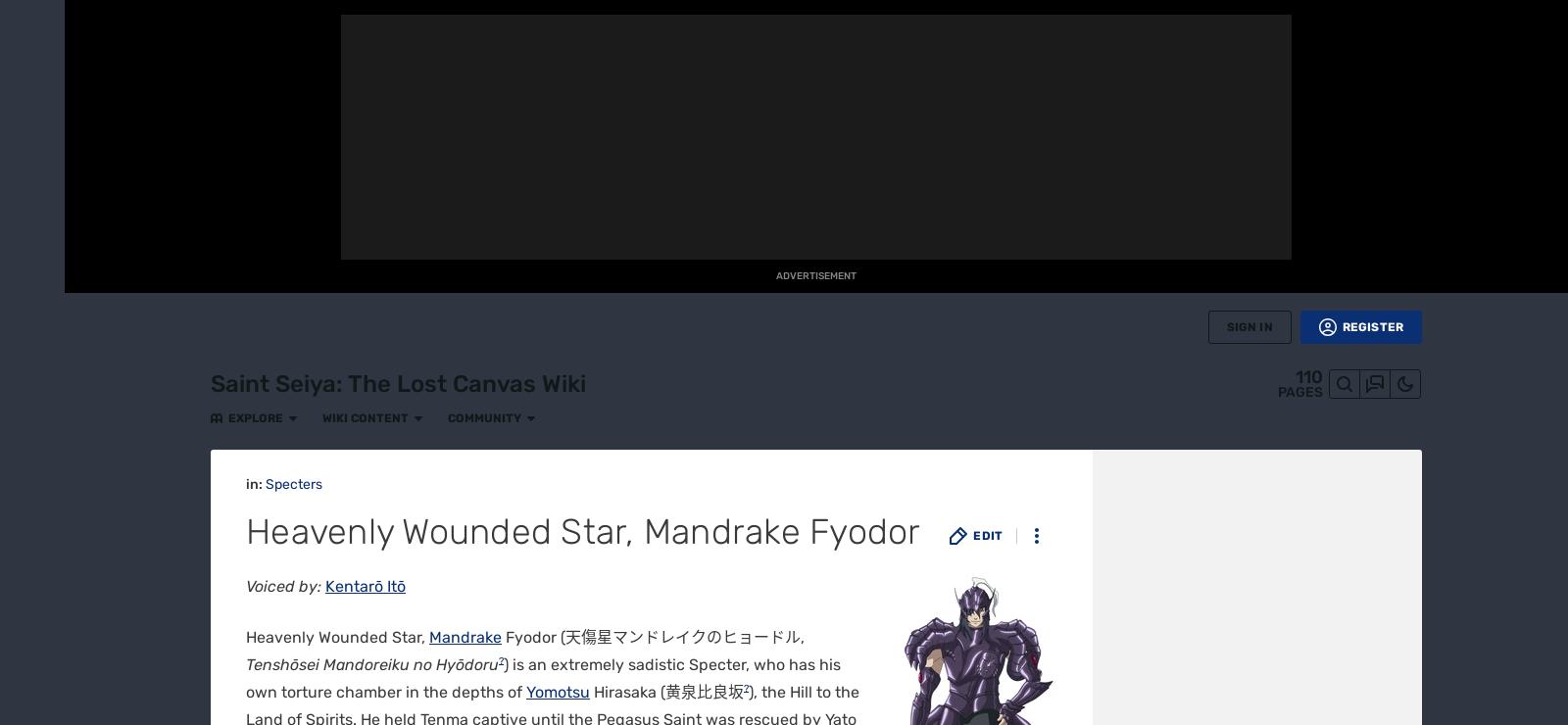  Describe the element at coordinates (13, 421) in the screenshot. I see `'Movies'` at that location.